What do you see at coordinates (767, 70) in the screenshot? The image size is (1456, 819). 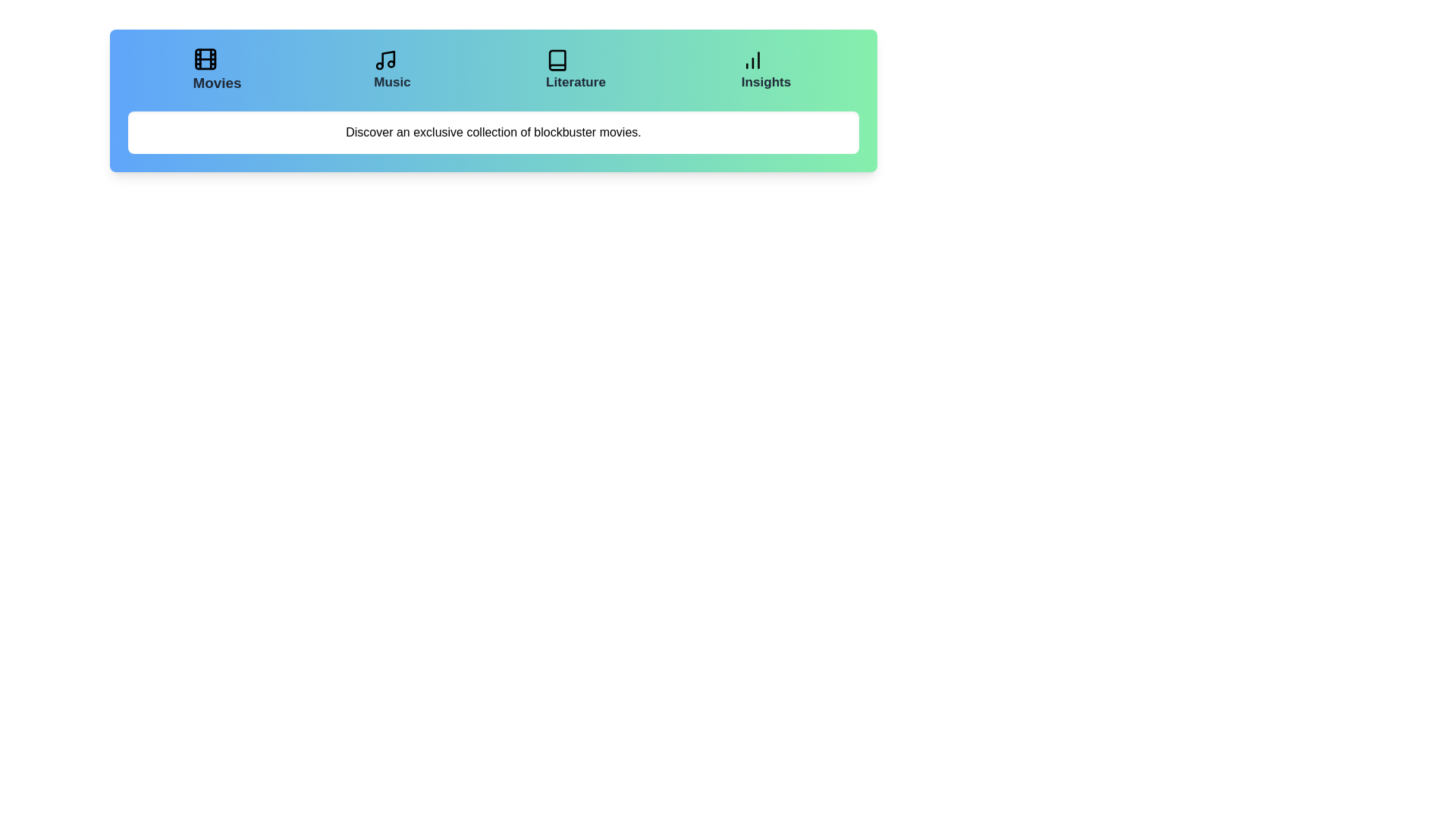 I see `the tab labeled Insights` at bounding box center [767, 70].